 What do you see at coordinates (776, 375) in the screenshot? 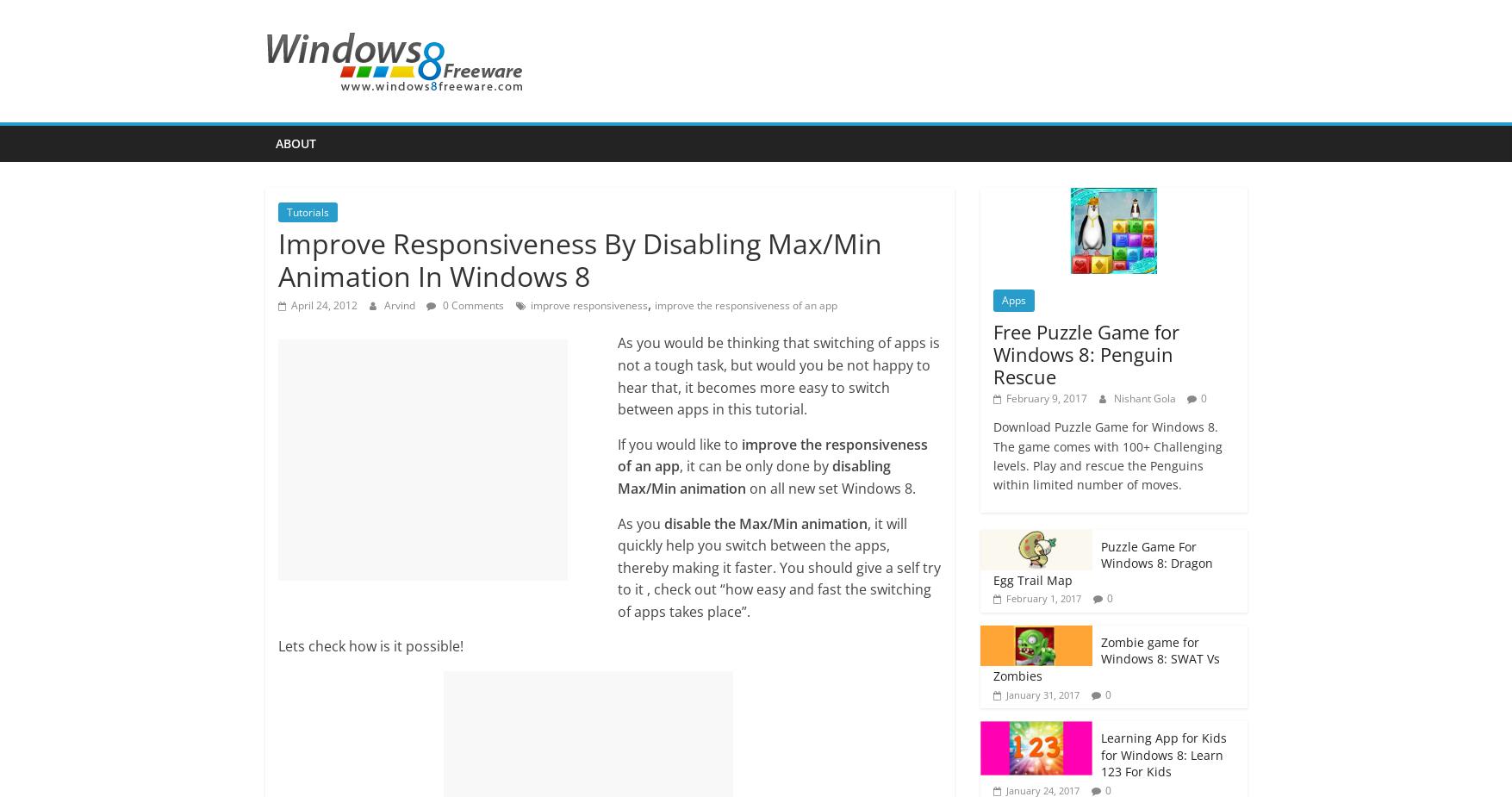
I see `'As you would be thinking that switching of apps is not a tough task, but would you be not happy to hear that, it becomes more easy to switch between apps in this tutorial.'` at bounding box center [776, 375].